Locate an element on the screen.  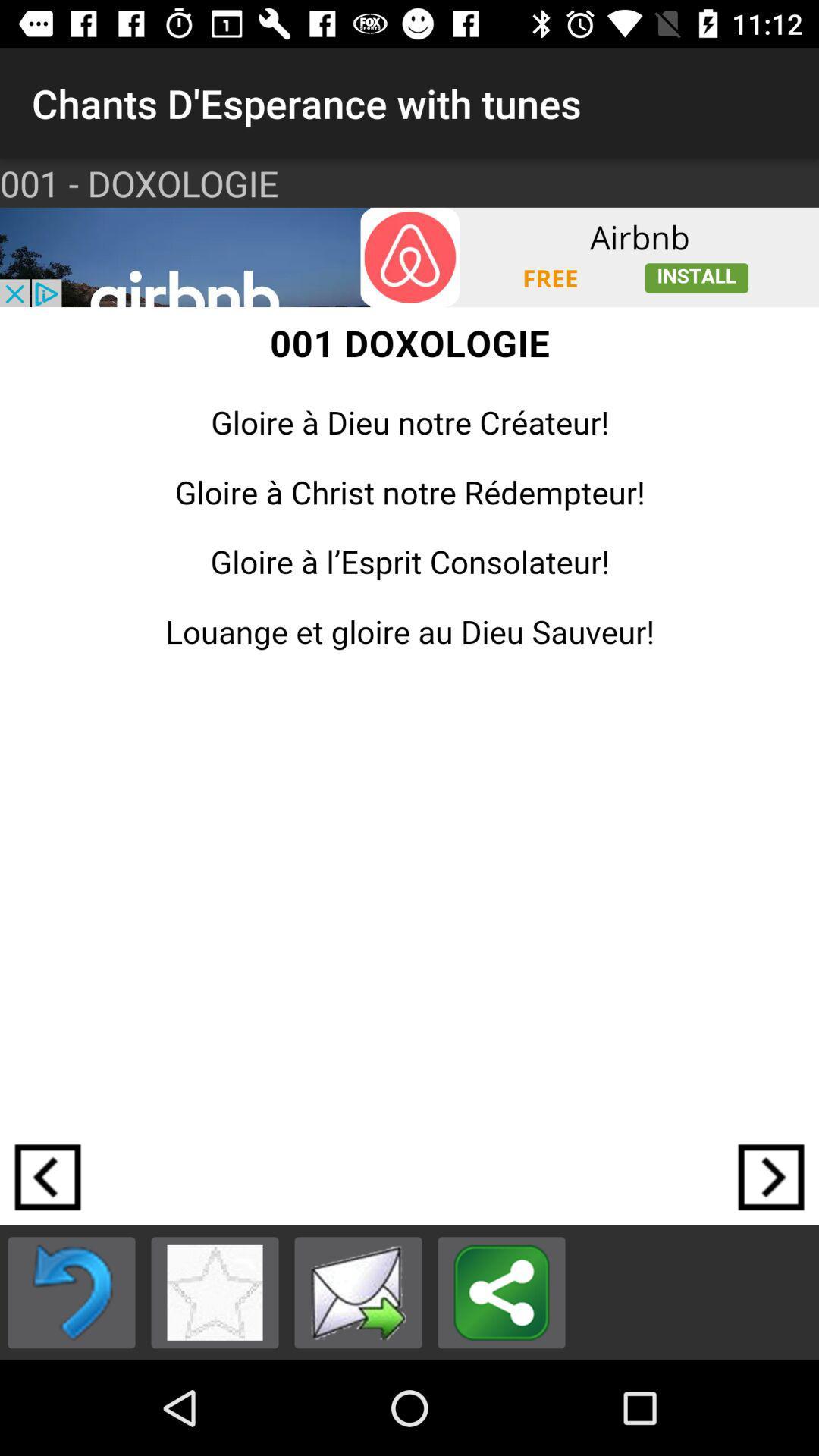
follow is located at coordinates (771, 1176).